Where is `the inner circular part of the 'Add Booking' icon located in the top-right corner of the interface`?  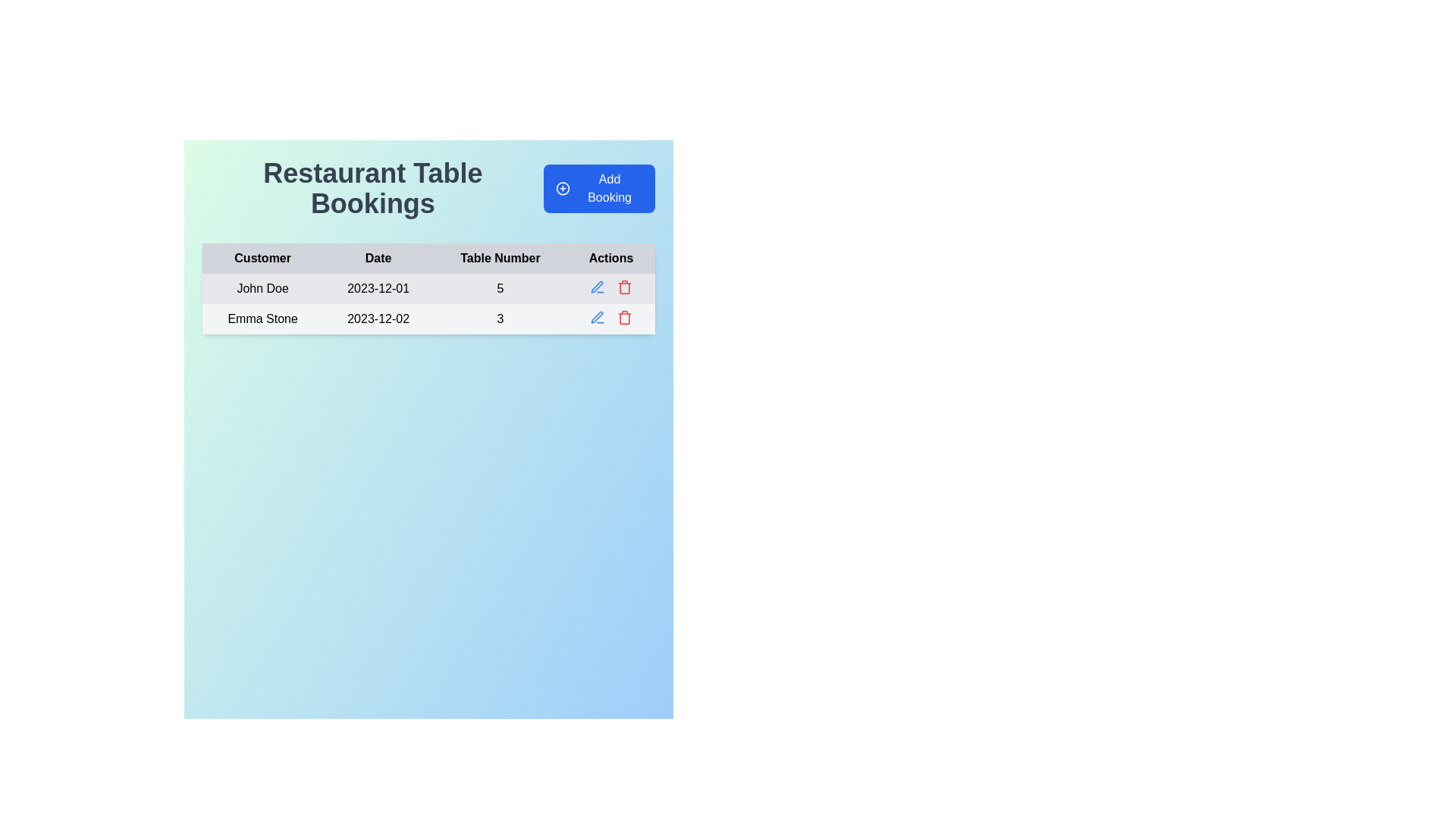 the inner circular part of the 'Add Booking' icon located in the top-right corner of the interface is located at coordinates (562, 188).